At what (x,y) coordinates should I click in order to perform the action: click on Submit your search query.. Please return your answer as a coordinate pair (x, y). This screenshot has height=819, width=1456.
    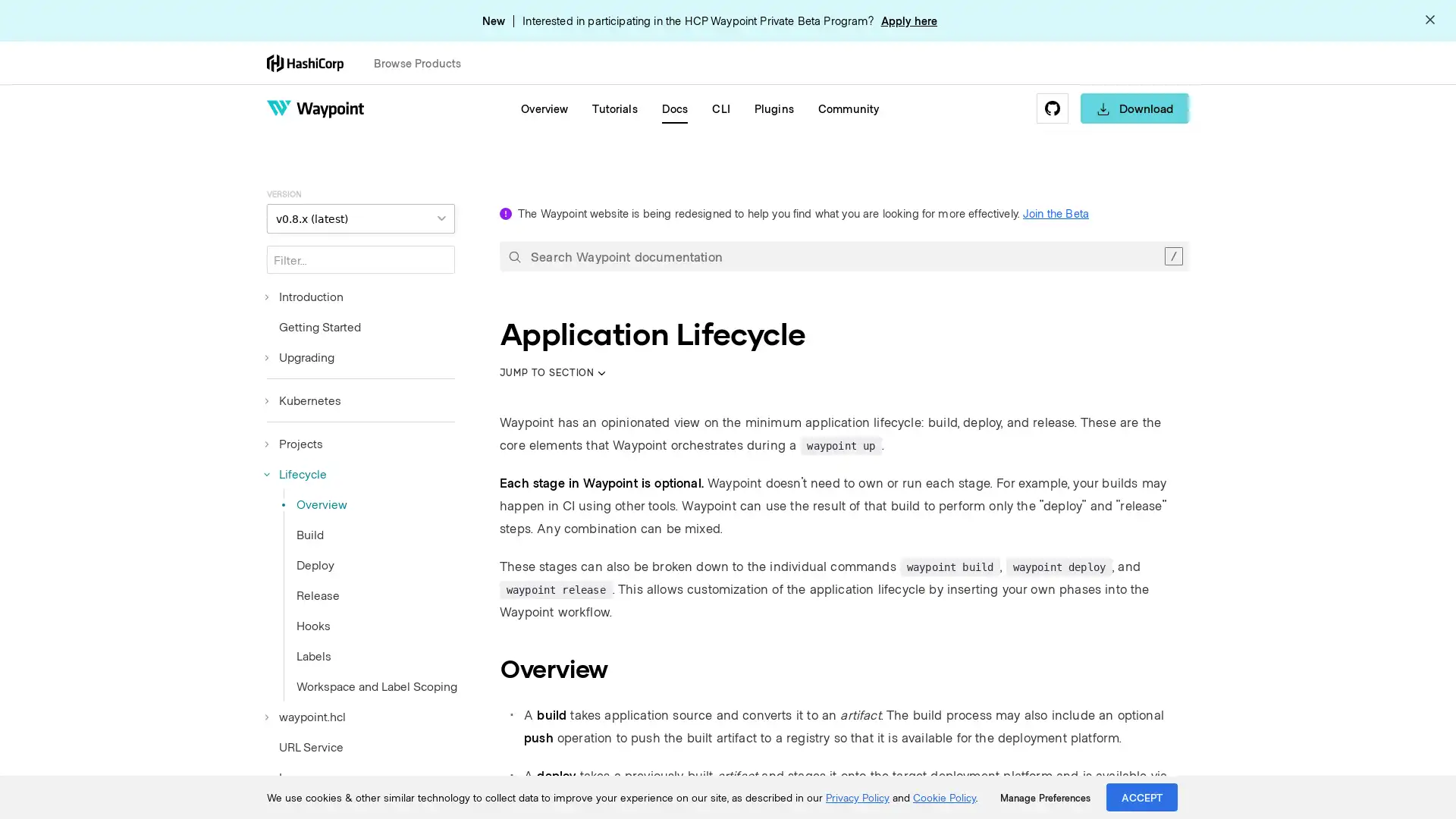
    Looking at the image, I should click on (514, 256).